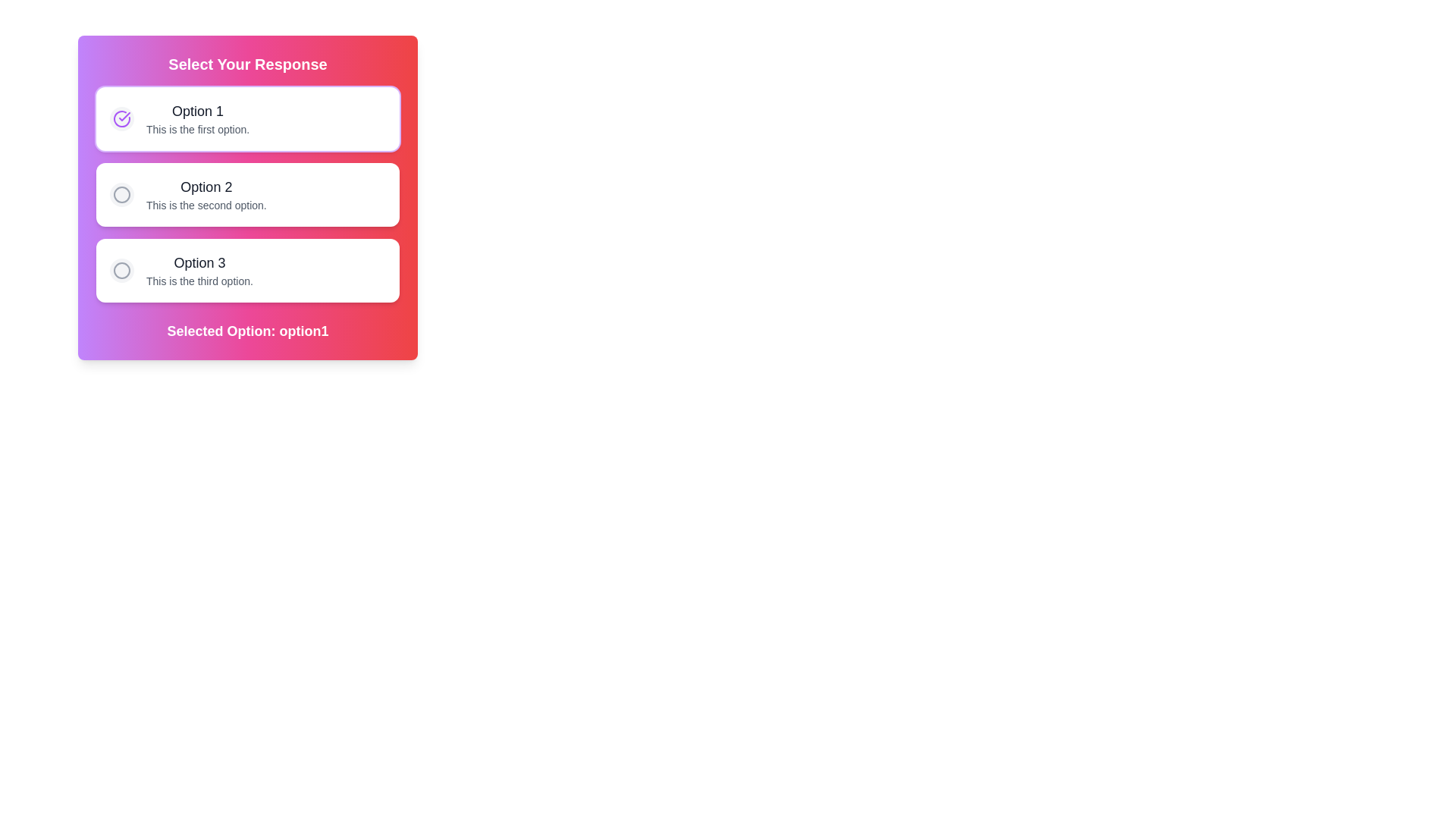 The height and width of the screenshot is (819, 1456). I want to click on the radio button indicator for Option 3, which is located on the left side of the block and aligns vertically with the option's text, so click(122, 270).